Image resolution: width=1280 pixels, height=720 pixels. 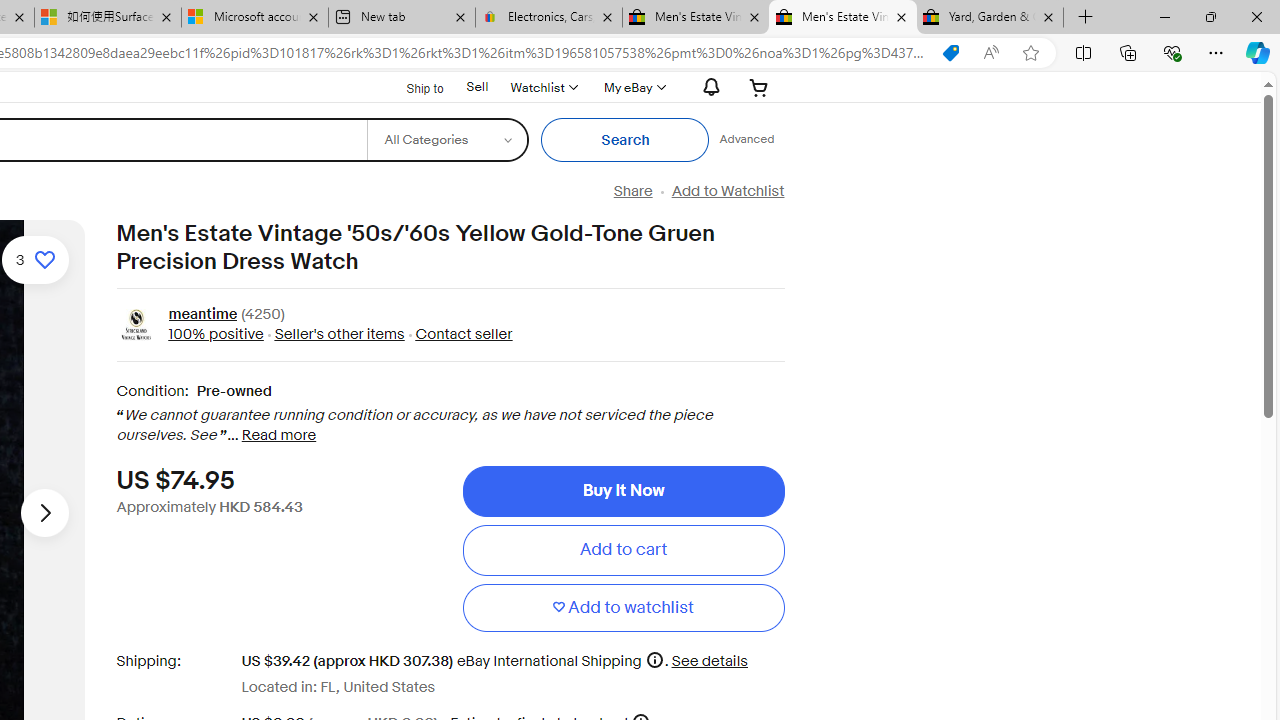 I want to click on 'Yard, Garden & Outdoor Living', so click(x=990, y=17).